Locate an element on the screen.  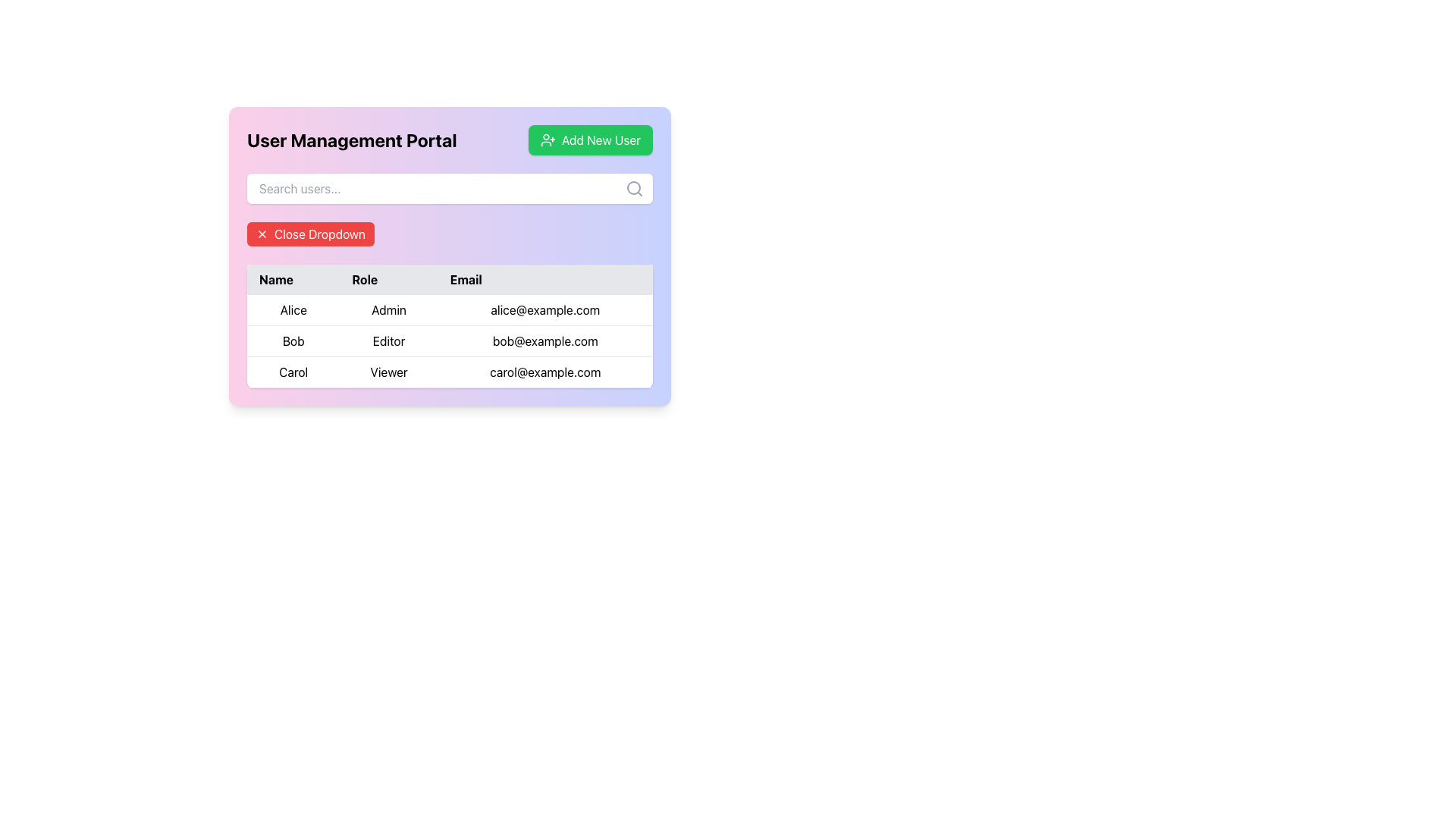
the text label 'Carol' in the third row of the table under the 'Name' column is located at coordinates (293, 372).